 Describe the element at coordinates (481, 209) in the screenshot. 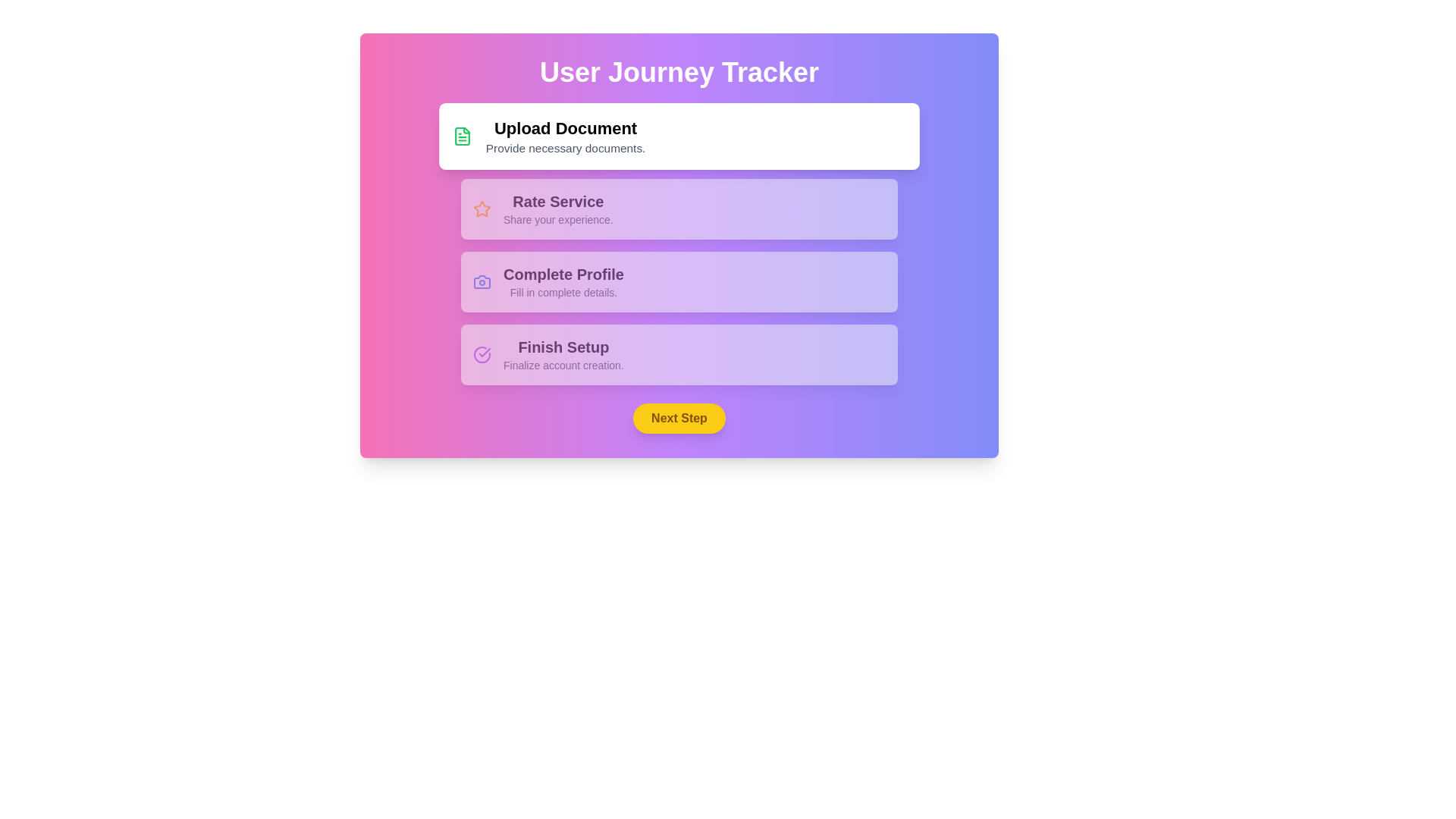

I see `the star icon located in the 'Rate Service' box, positioned towards the left side adjacent to the service description` at that location.